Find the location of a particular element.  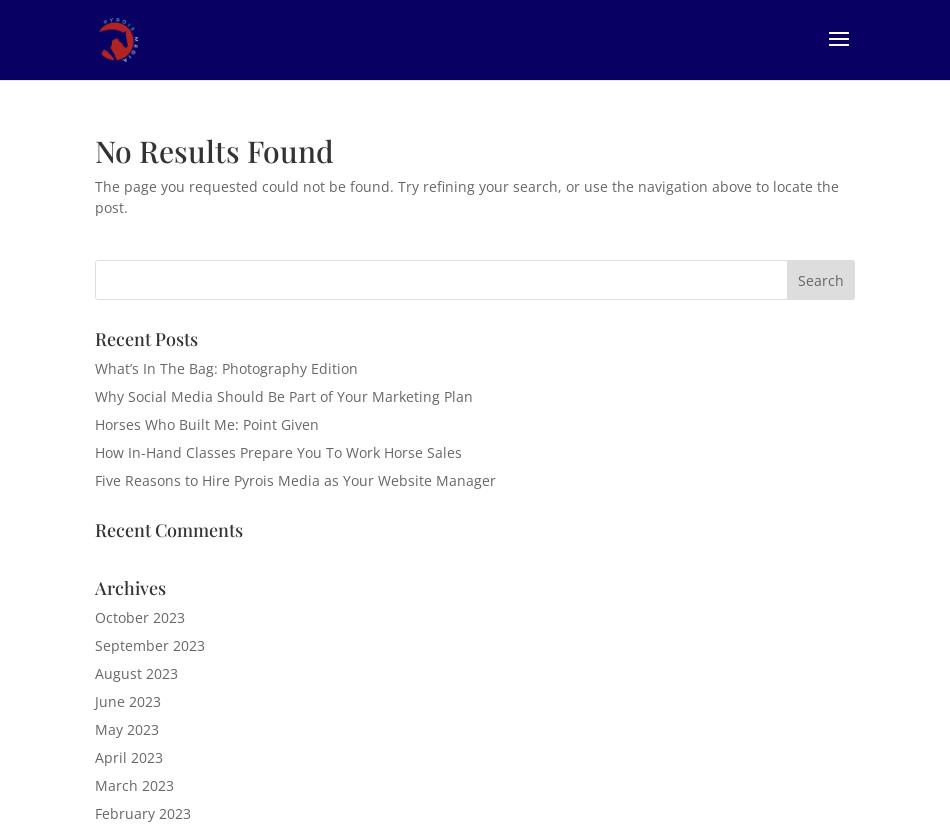

'June 2023' is located at coordinates (127, 700).